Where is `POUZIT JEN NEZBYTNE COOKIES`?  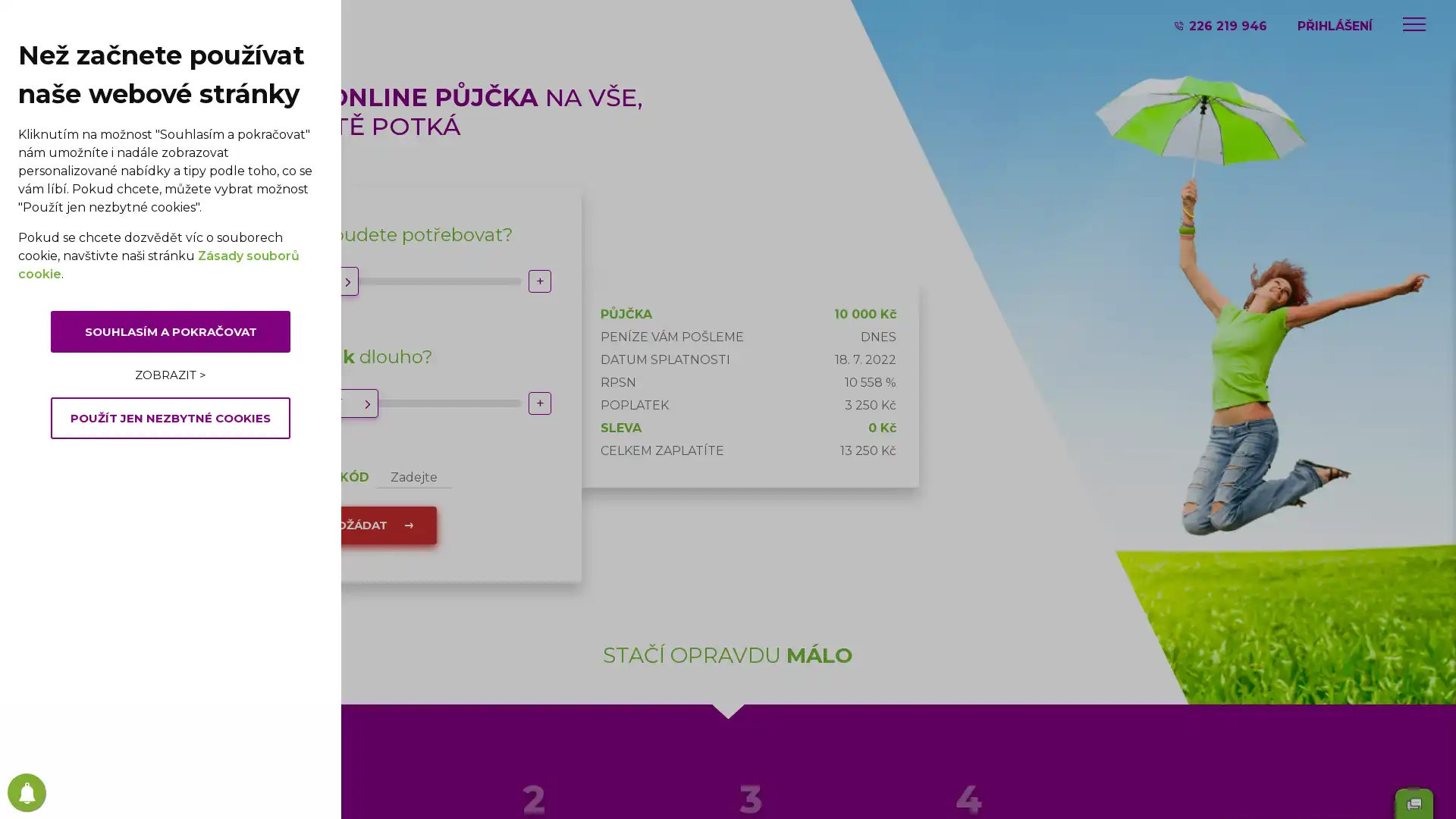
POUZIT JEN NEZBYTNE COOKIES is located at coordinates (171, 418).